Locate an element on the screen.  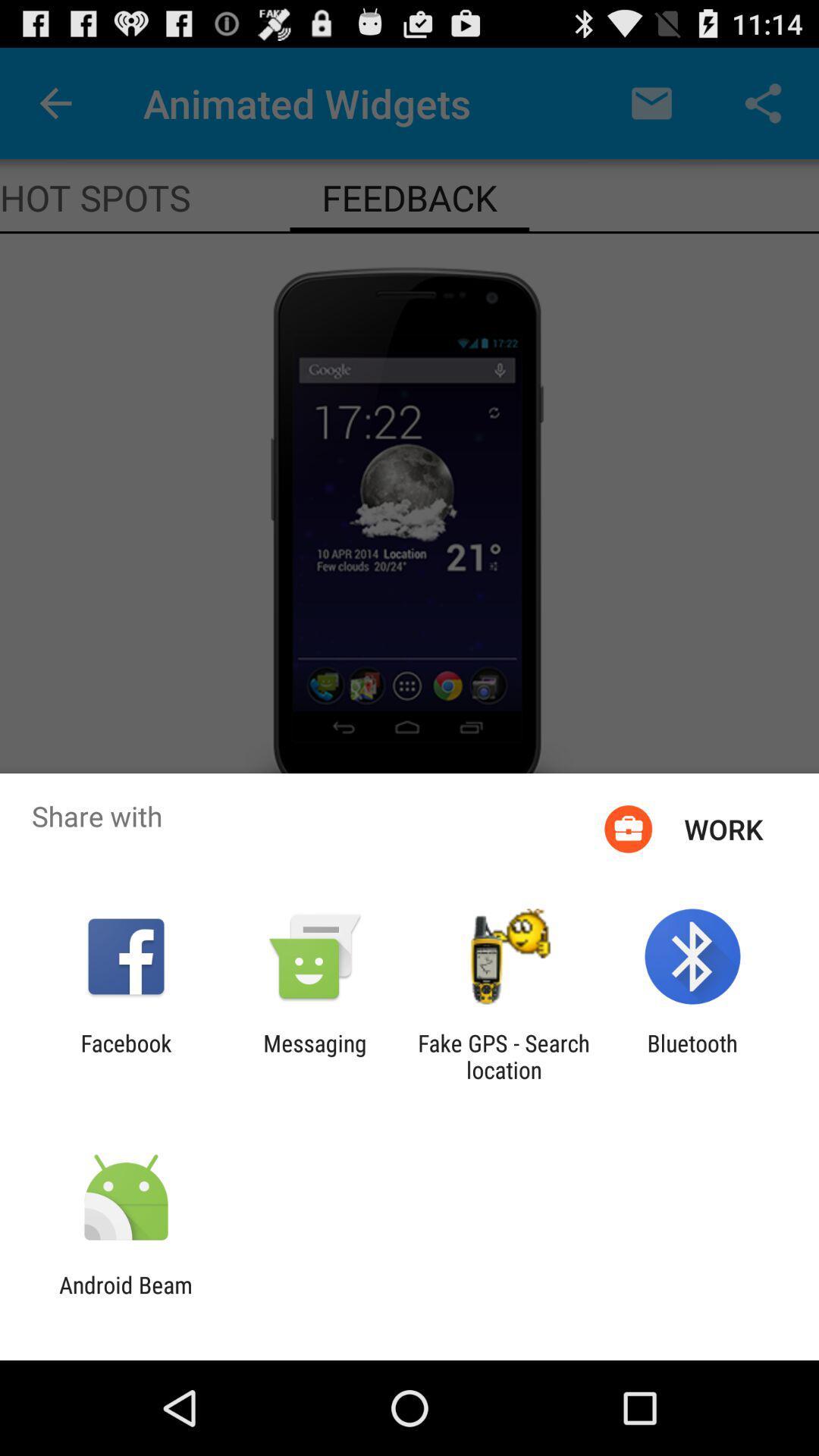
the item to the left of messaging icon is located at coordinates (125, 1056).